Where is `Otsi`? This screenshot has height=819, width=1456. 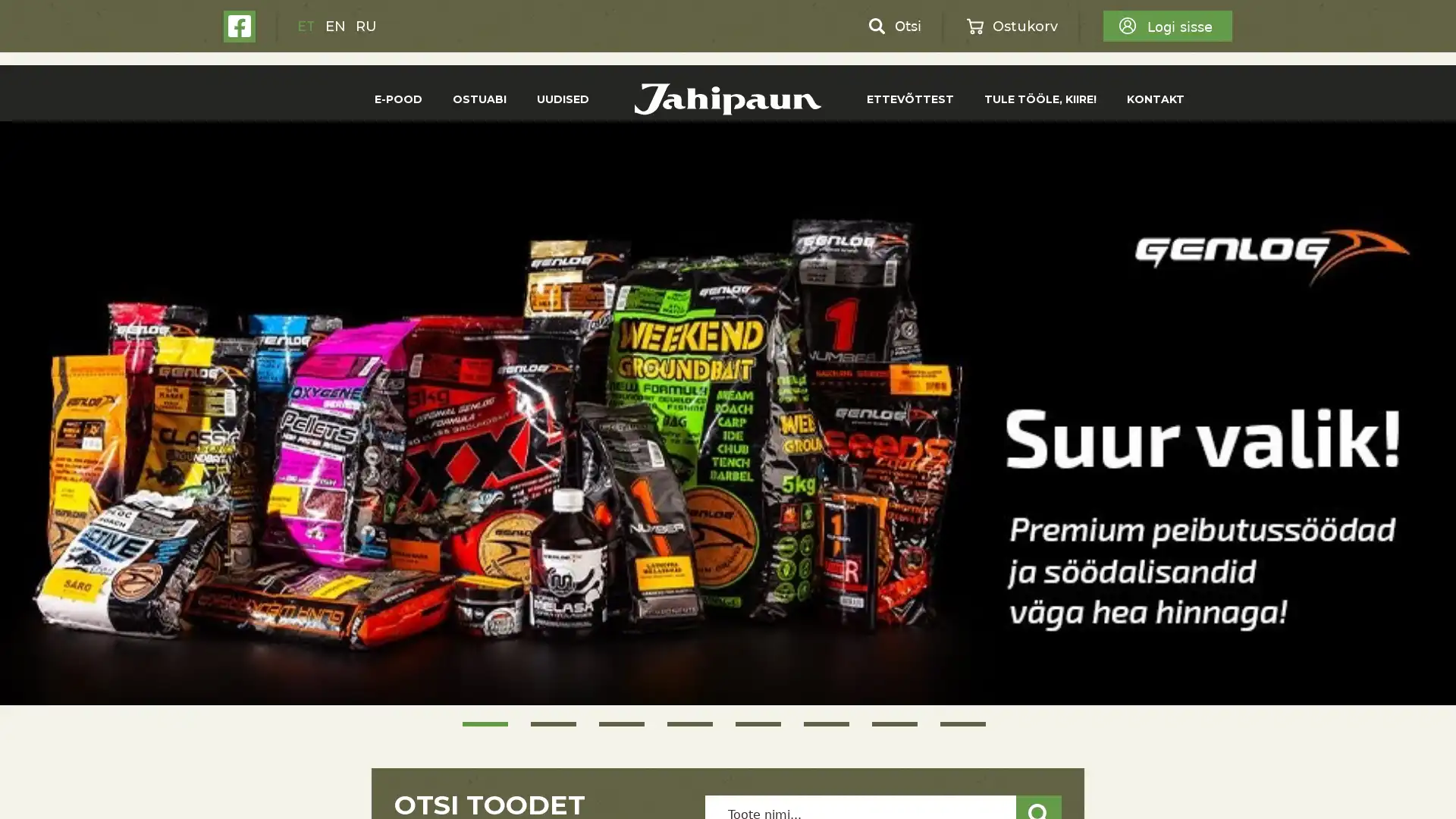 Otsi is located at coordinates (893, 26).